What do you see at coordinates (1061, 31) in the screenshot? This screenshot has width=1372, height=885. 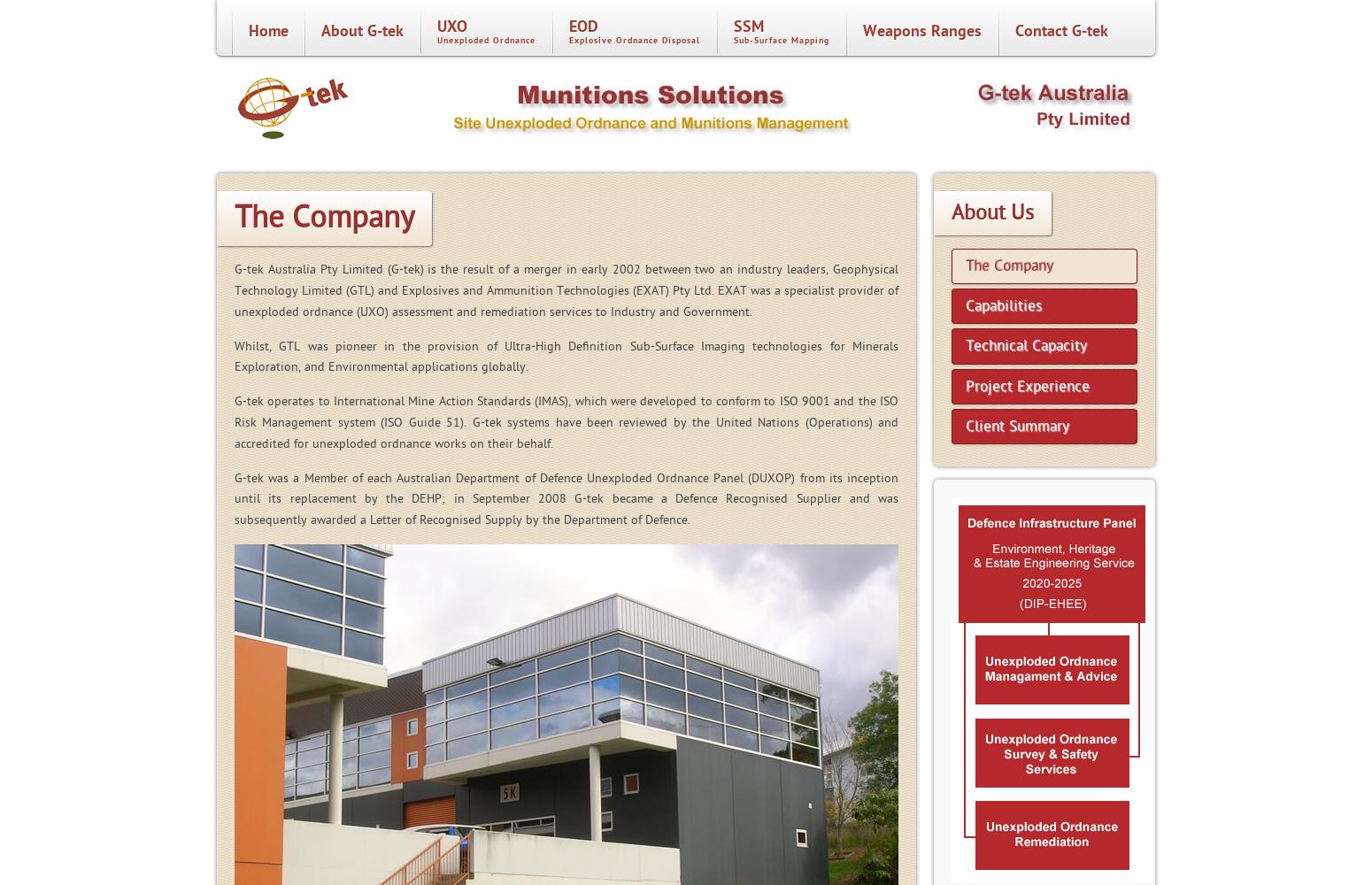 I see `'Contact G-tek'` at bounding box center [1061, 31].